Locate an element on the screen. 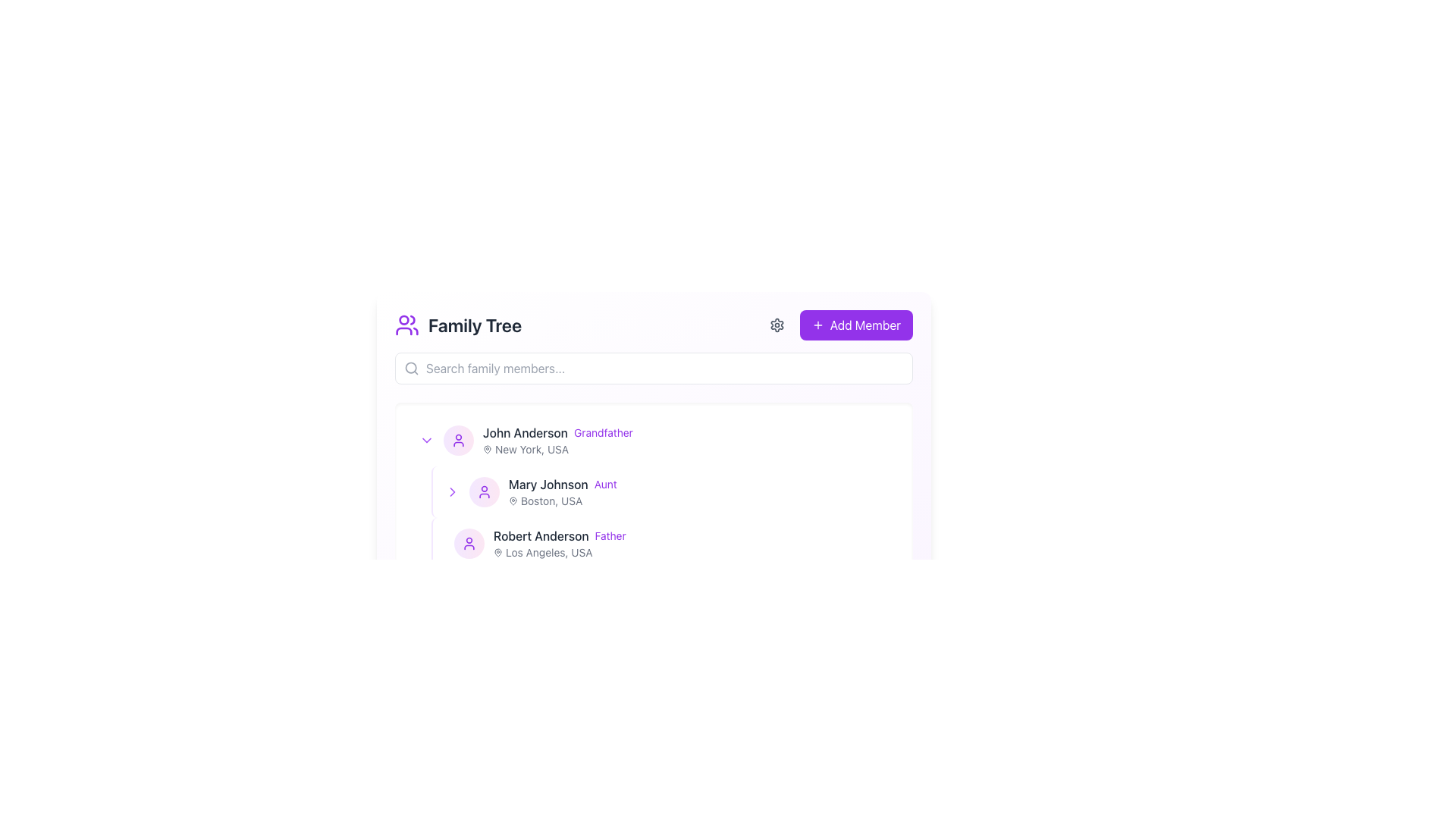 This screenshot has height=819, width=1456. the right-pointing arrow icon with a thin purple outline located to the left of the entry labeled 'Mary Johnson Aunt' is located at coordinates (451, 491).